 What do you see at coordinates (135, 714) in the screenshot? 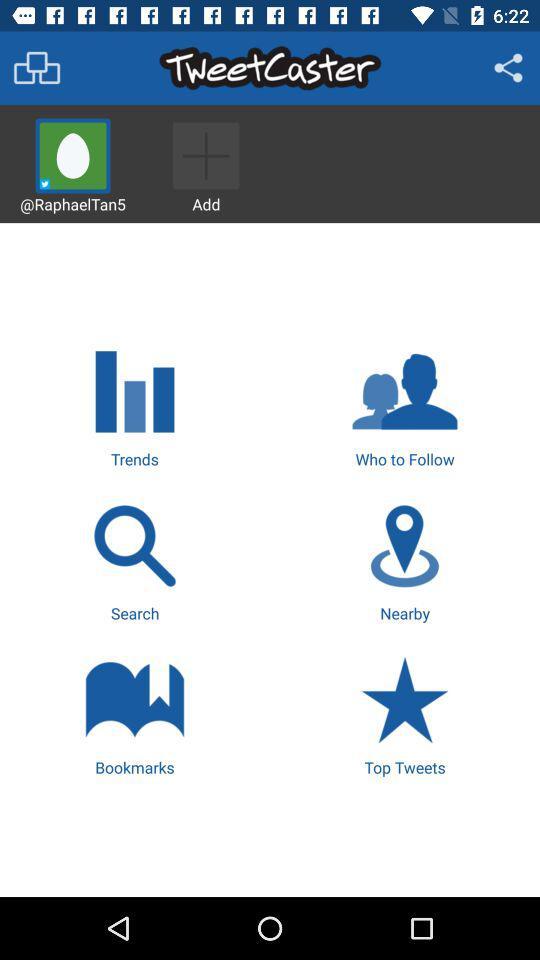
I see `bookmarks icon` at bounding box center [135, 714].